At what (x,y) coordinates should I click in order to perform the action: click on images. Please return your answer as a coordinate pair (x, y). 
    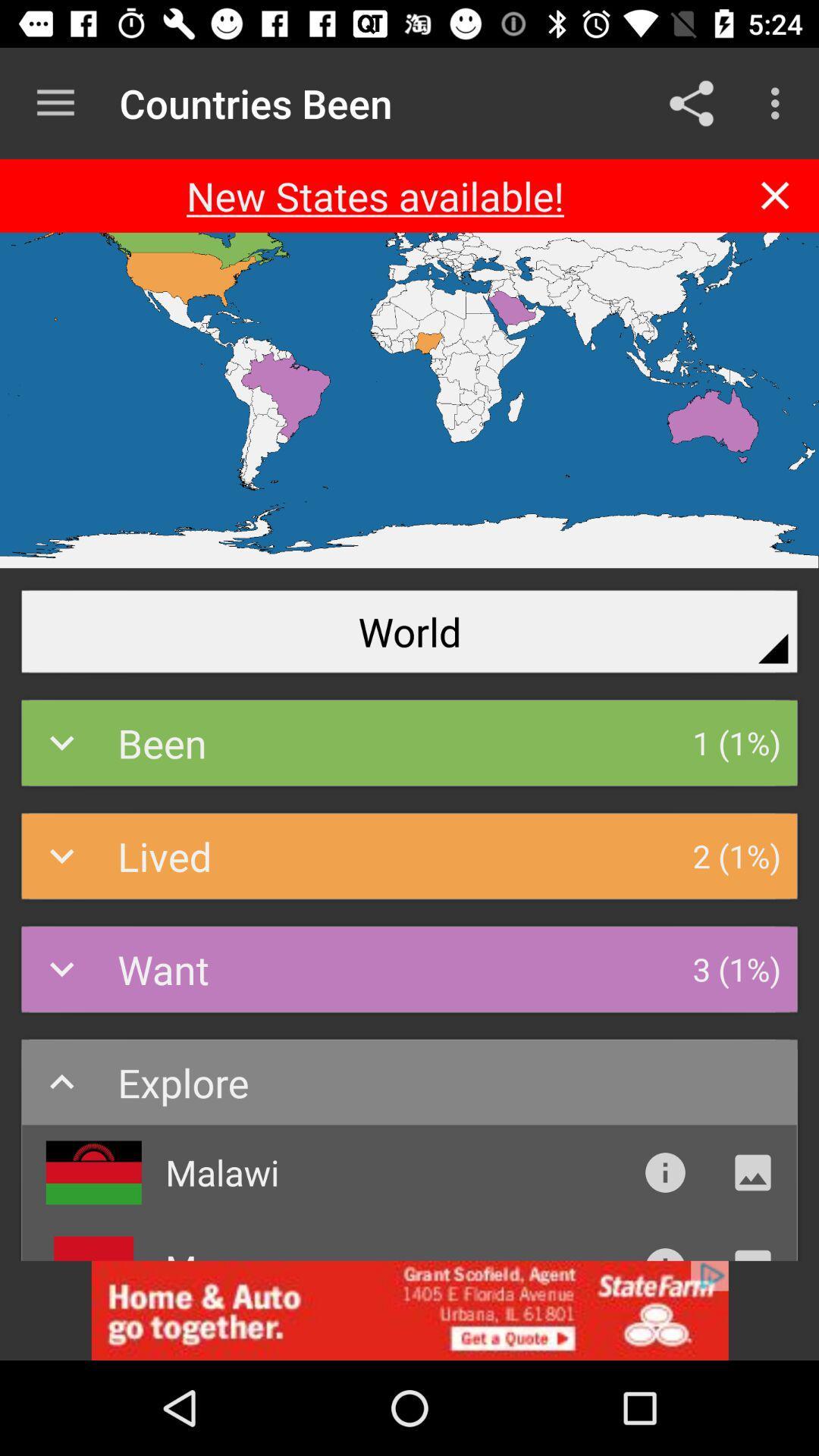
    Looking at the image, I should click on (752, 1172).